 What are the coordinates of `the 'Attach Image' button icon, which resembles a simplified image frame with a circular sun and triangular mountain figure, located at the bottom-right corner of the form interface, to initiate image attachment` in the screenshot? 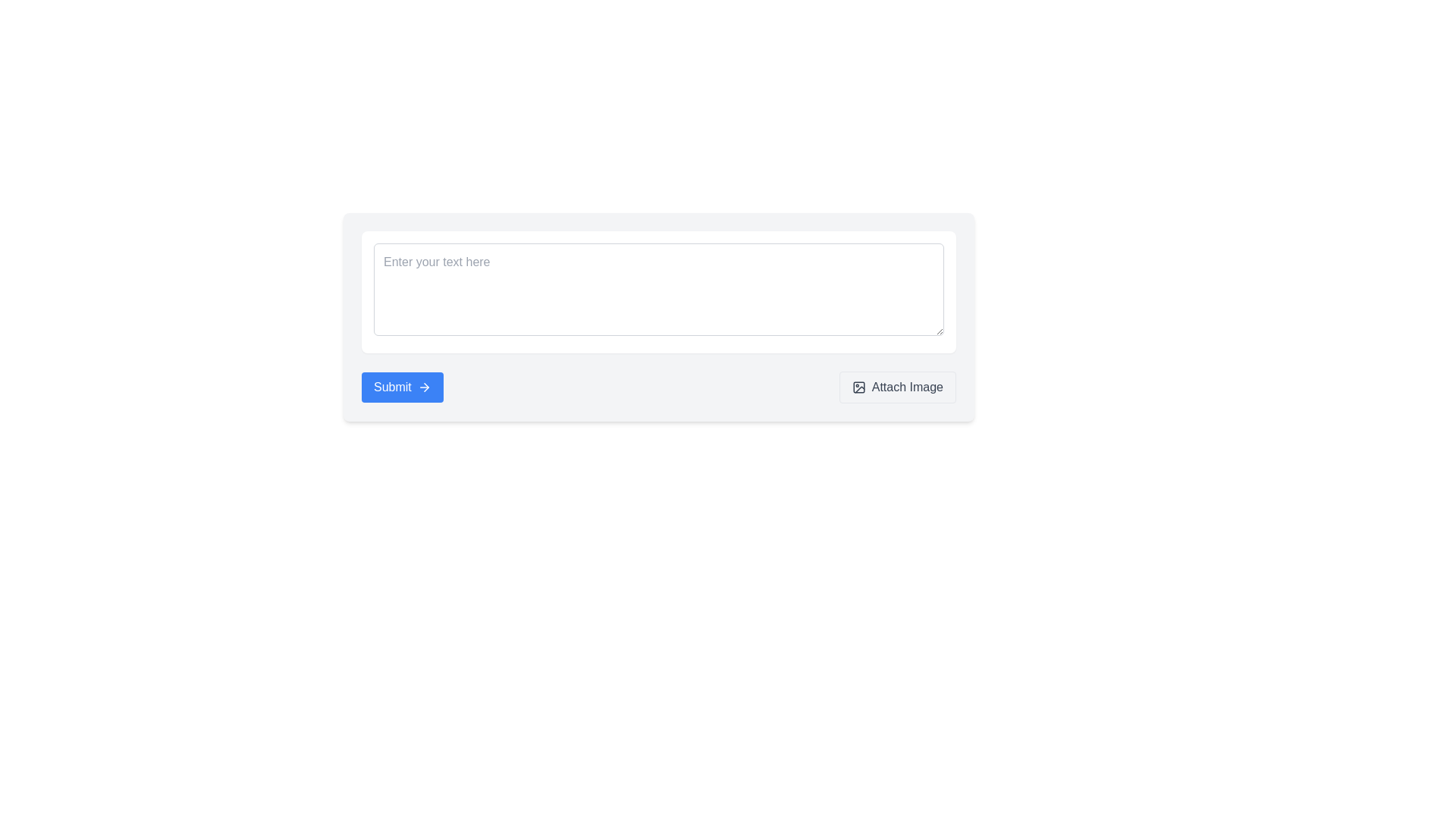 It's located at (858, 386).